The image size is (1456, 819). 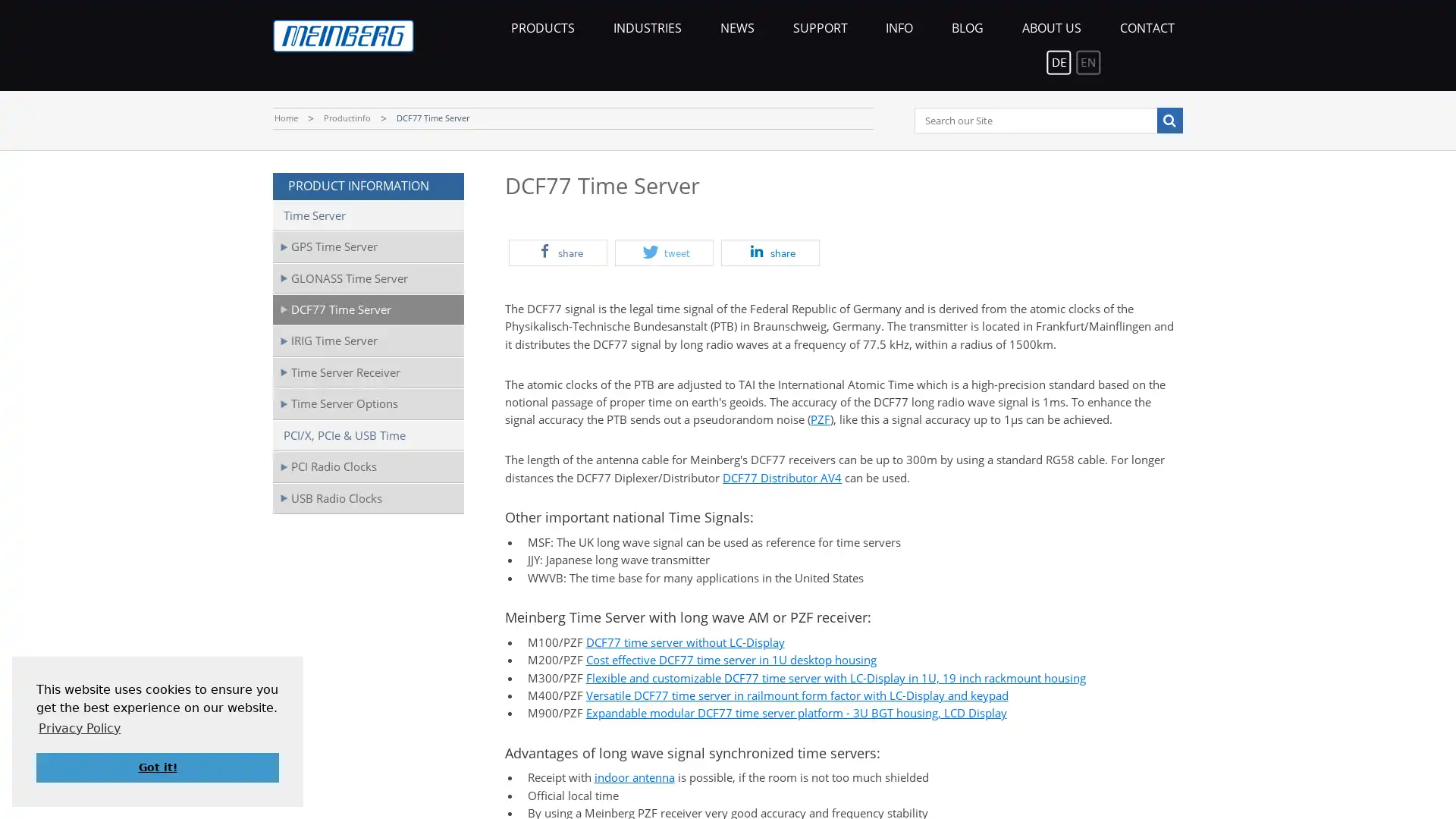 I want to click on Share on LinkedIn, so click(x=770, y=252).